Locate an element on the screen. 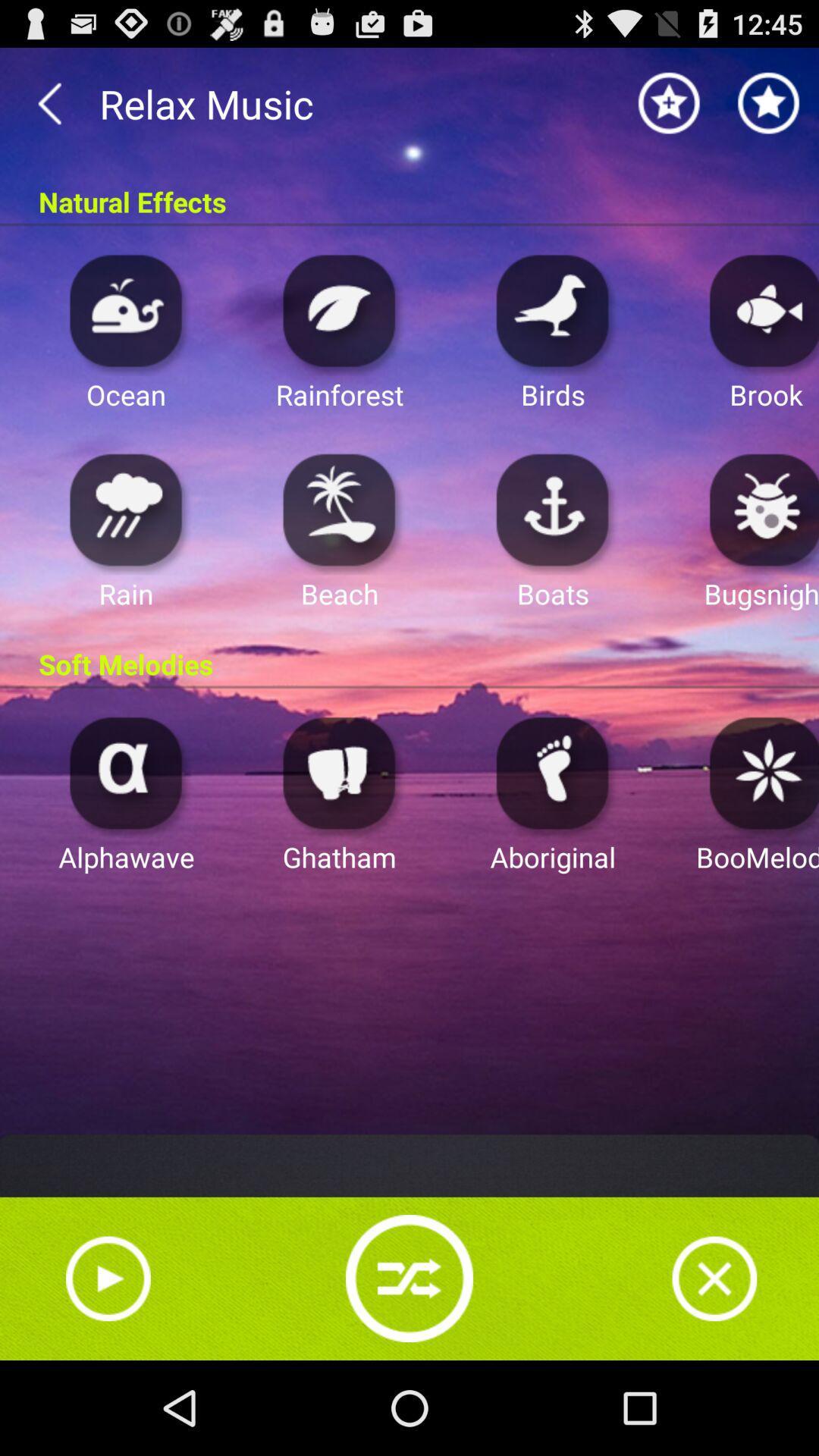  bird sounds is located at coordinates (553, 309).